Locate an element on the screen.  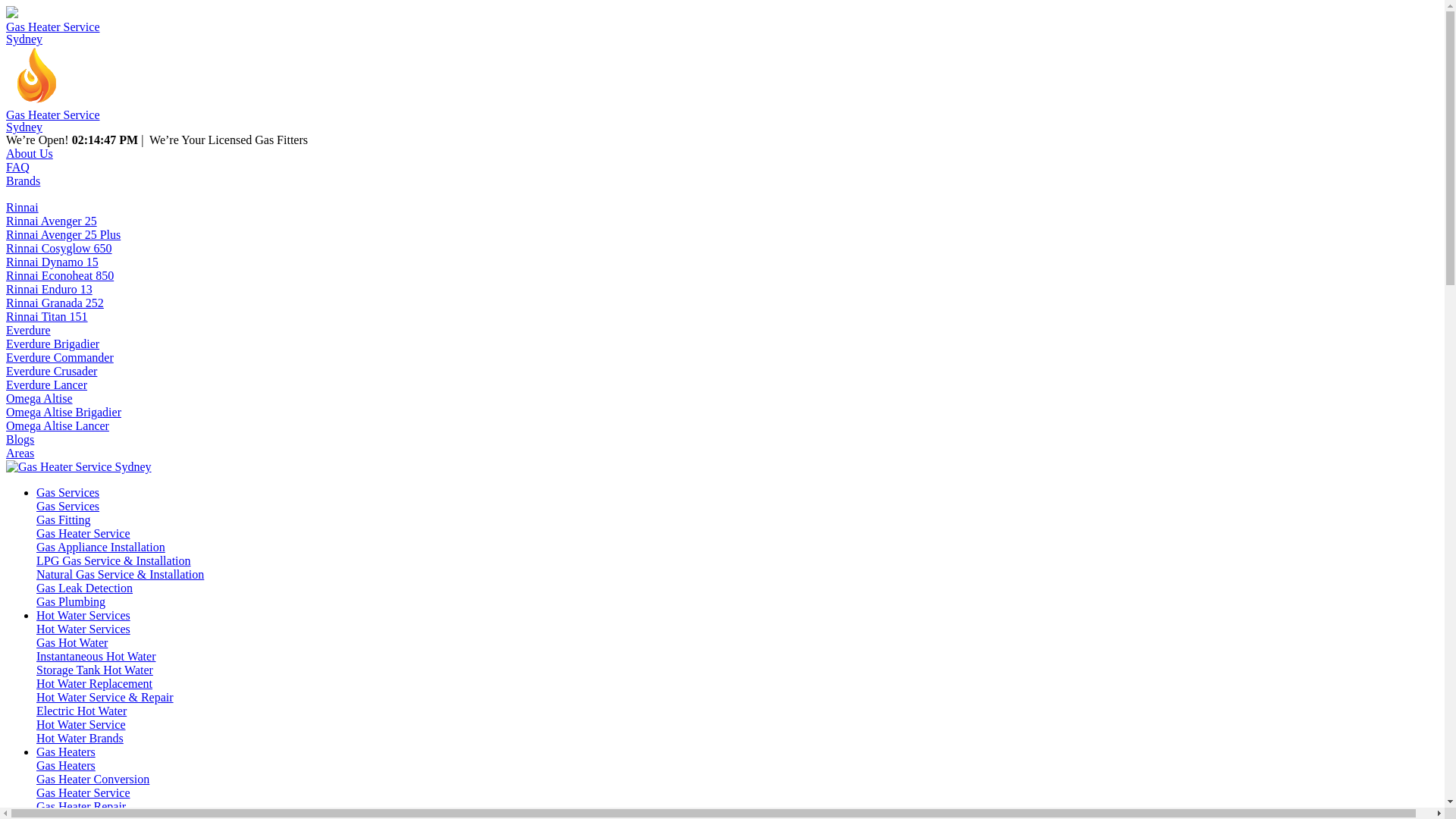
'Everdure' is located at coordinates (28, 329).